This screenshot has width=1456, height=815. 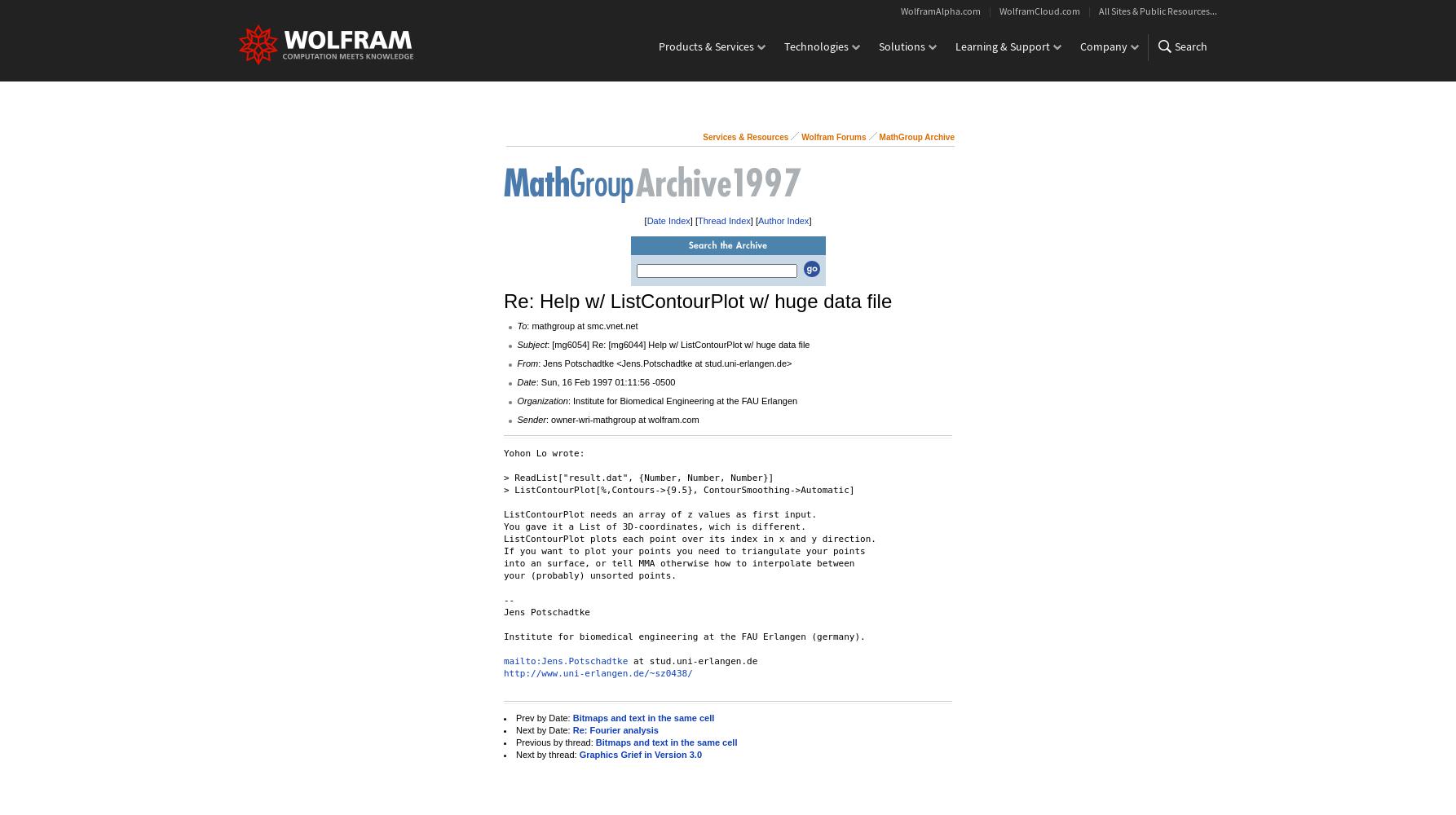 What do you see at coordinates (833, 137) in the screenshot?
I see `'Wolfram Forums'` at bounding box center [833, 137].